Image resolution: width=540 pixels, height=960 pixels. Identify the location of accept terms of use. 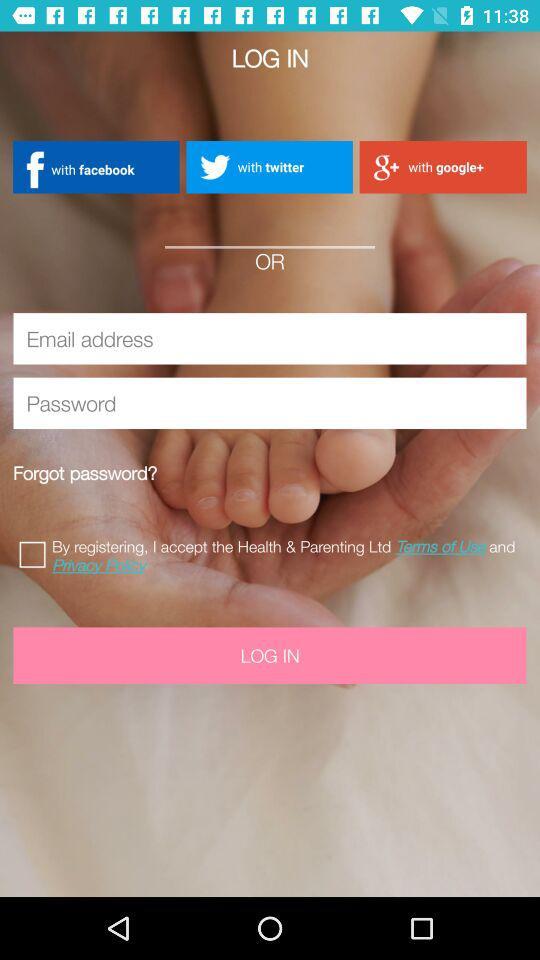
(36, 552).